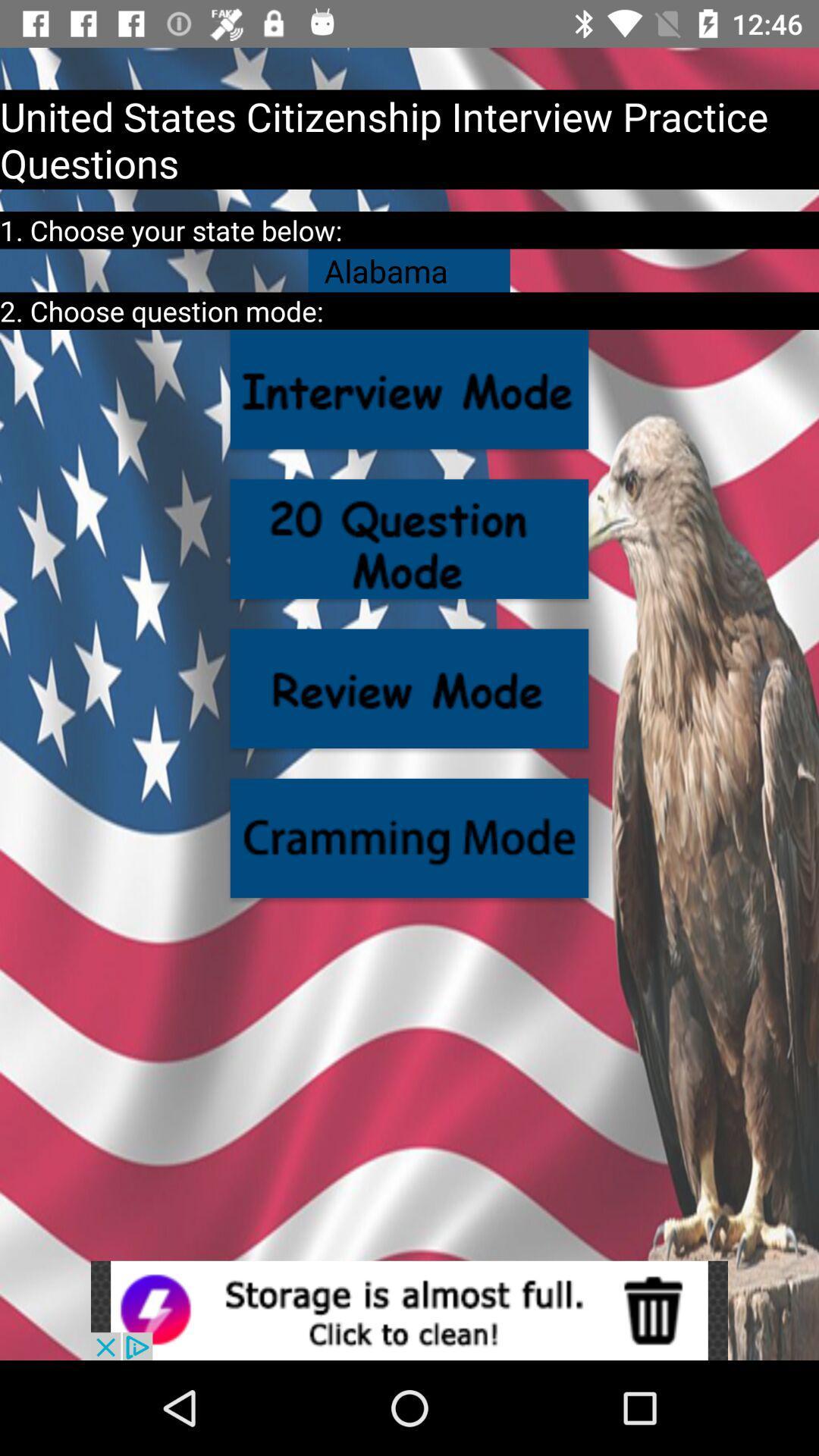  What do you see at coordinates (409, 389) in the screenshot?
I see `click the question option` at bounding box center [409, 389].